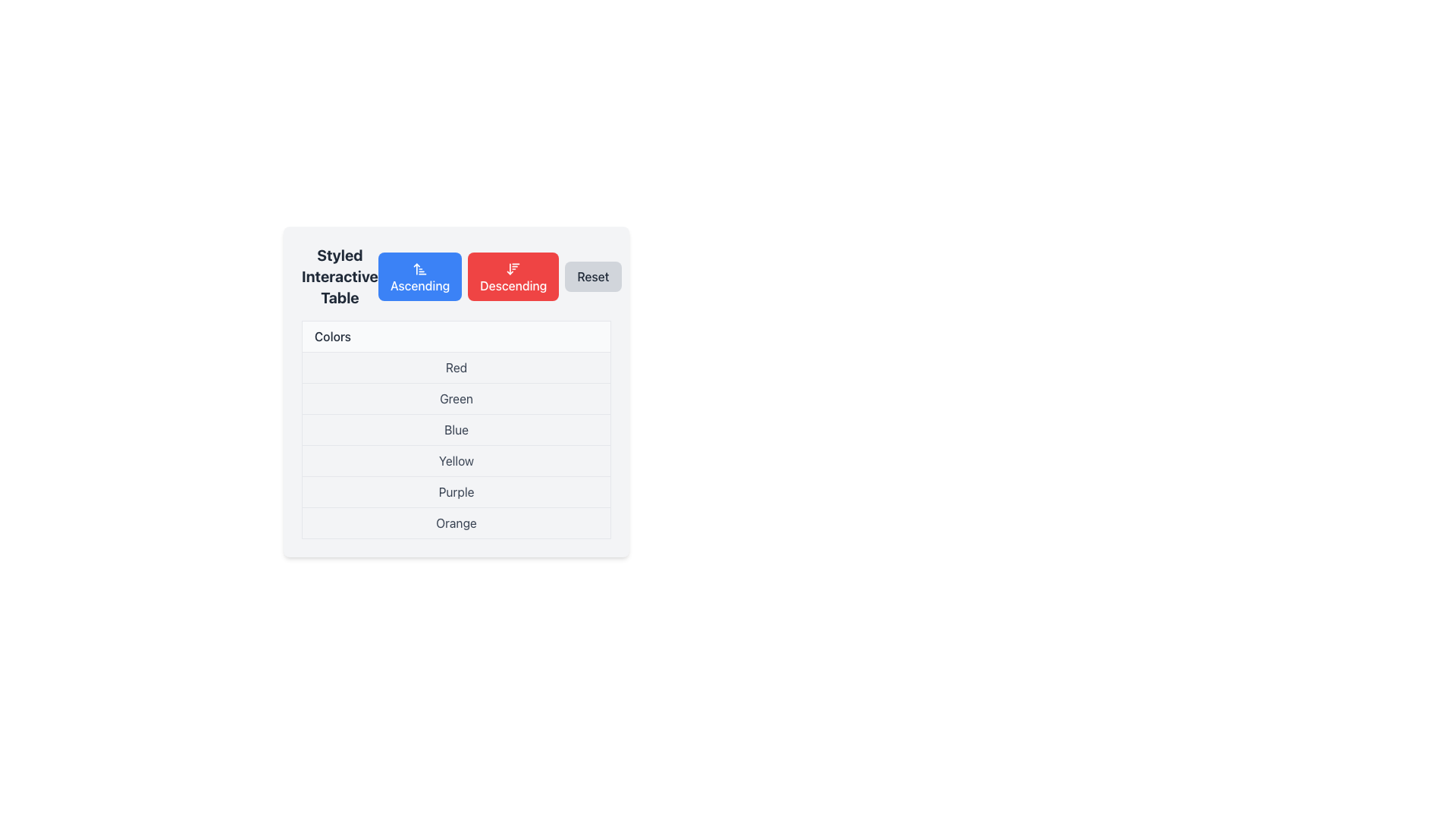 The width and height of the screenshot is (1456, 819). What do you see at coordinates (455, 397) in the screenshot?
I see `the second row in the 'Colors' list, which contains the text 'Green'` at bounding box center [455, 397].